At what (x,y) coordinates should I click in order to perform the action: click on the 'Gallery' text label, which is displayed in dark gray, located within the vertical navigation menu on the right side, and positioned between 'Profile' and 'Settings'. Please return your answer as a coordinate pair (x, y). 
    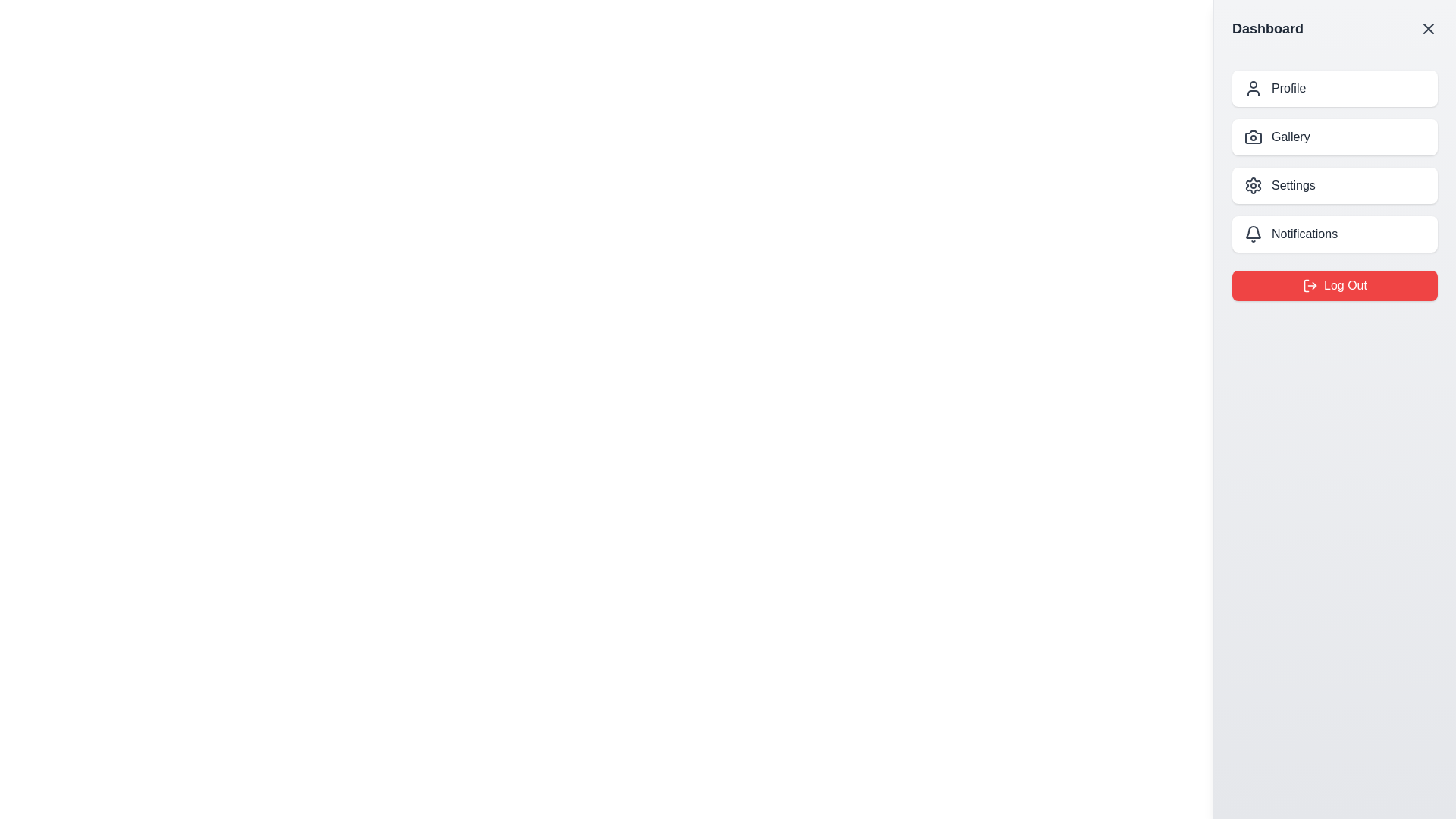
    Looking at the image, I should click on (1290, 137).